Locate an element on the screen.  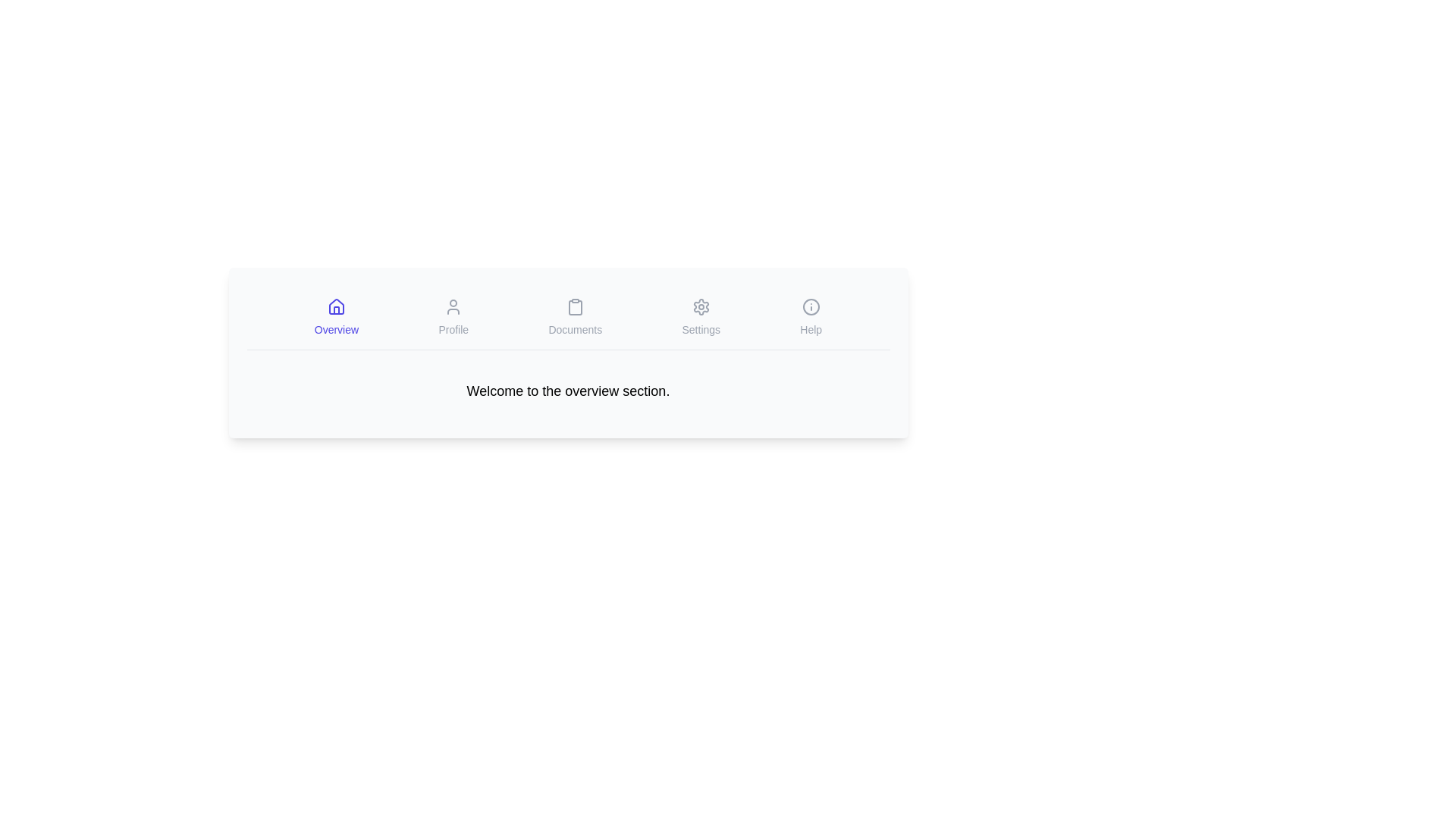
the clipboard icon located in the navigation bar is located at coordinates (574, 307).